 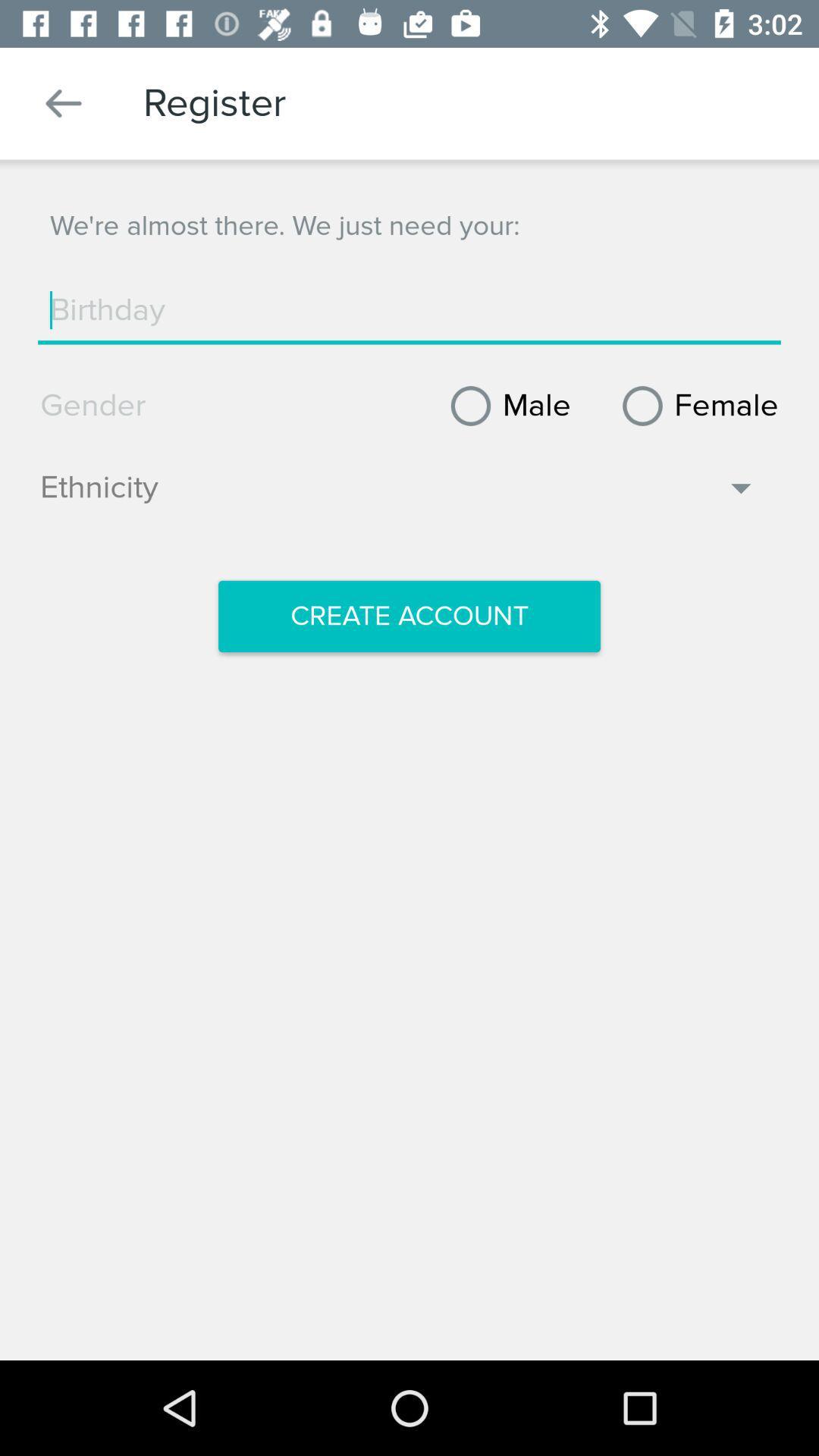 I want to click on choose ethnicity, so click(x=398, y=495).